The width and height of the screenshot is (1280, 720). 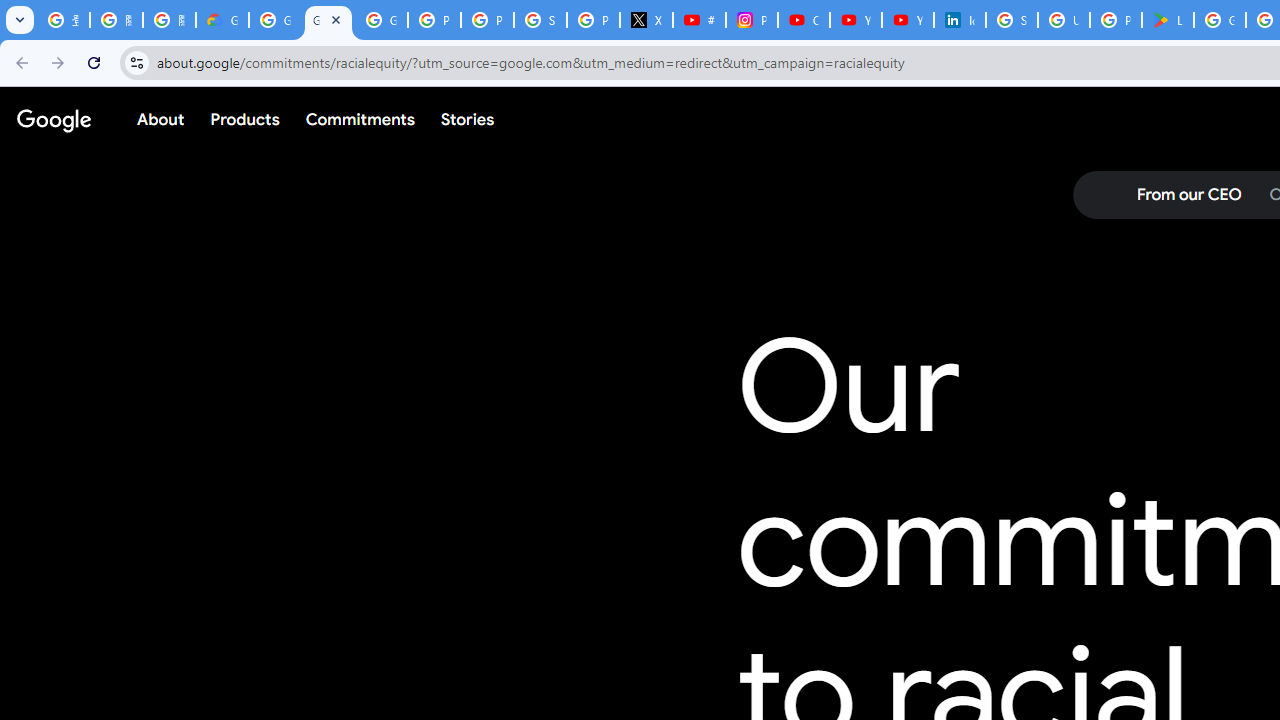 What do you see at coordinates (1168, 20) in the screenshot?
I see `'Last Shelter: Survival - Apps on Google Play'` at bounding box center [1168, 20].